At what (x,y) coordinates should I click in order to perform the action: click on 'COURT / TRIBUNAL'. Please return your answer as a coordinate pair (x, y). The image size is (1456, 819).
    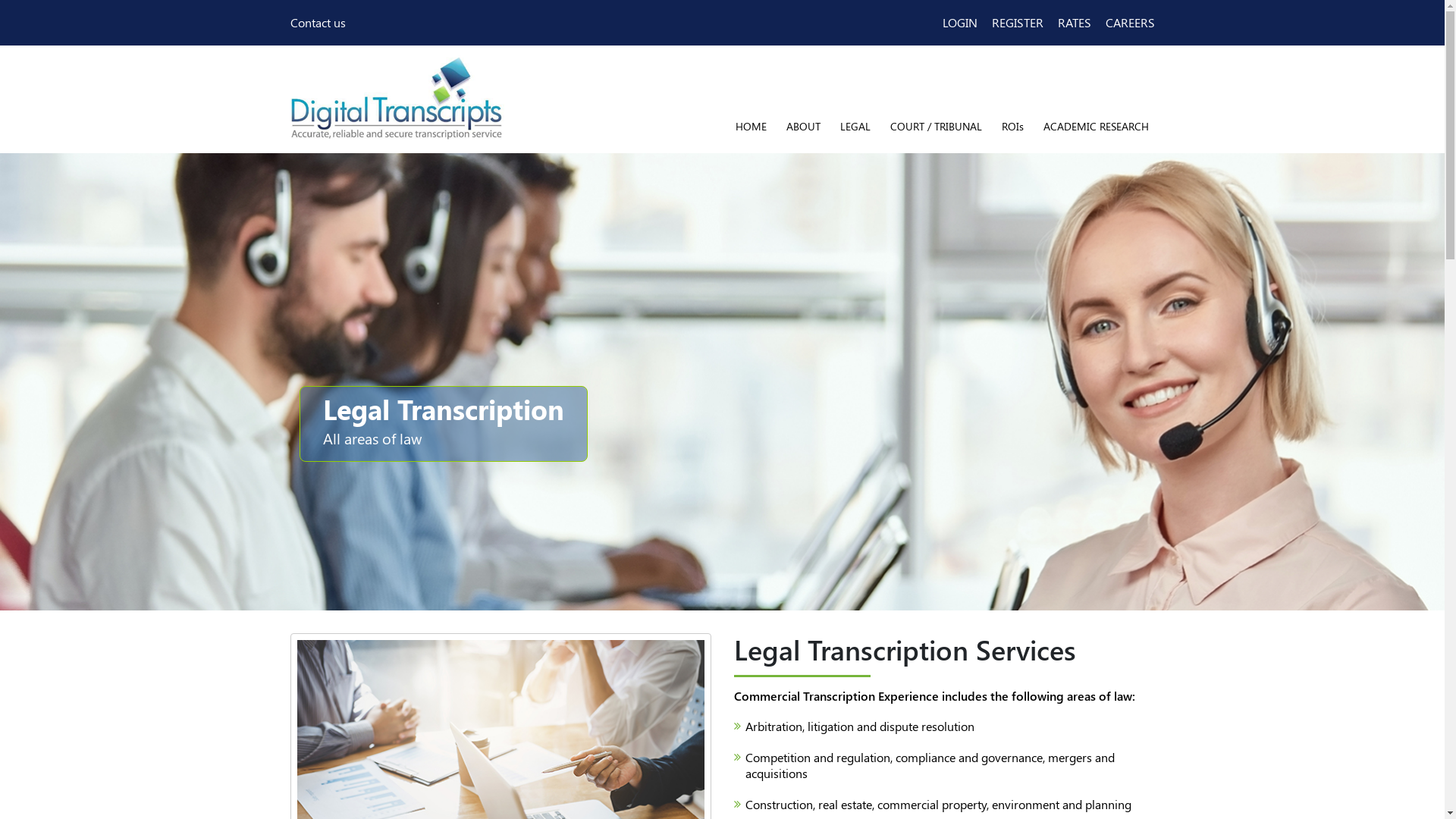
    Looking at the image, I should click on (935, 125).